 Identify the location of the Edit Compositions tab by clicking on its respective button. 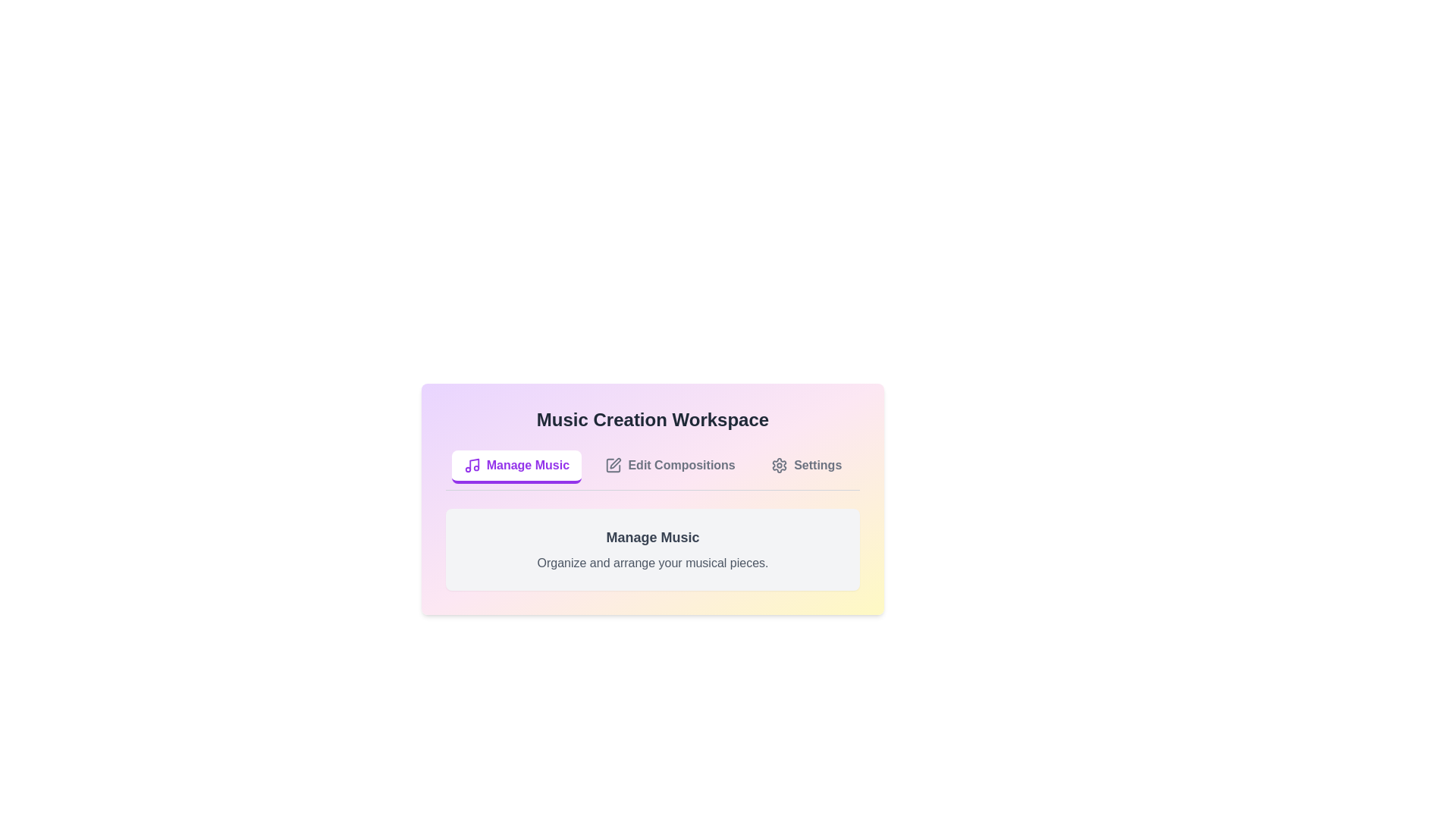
(669, 466).